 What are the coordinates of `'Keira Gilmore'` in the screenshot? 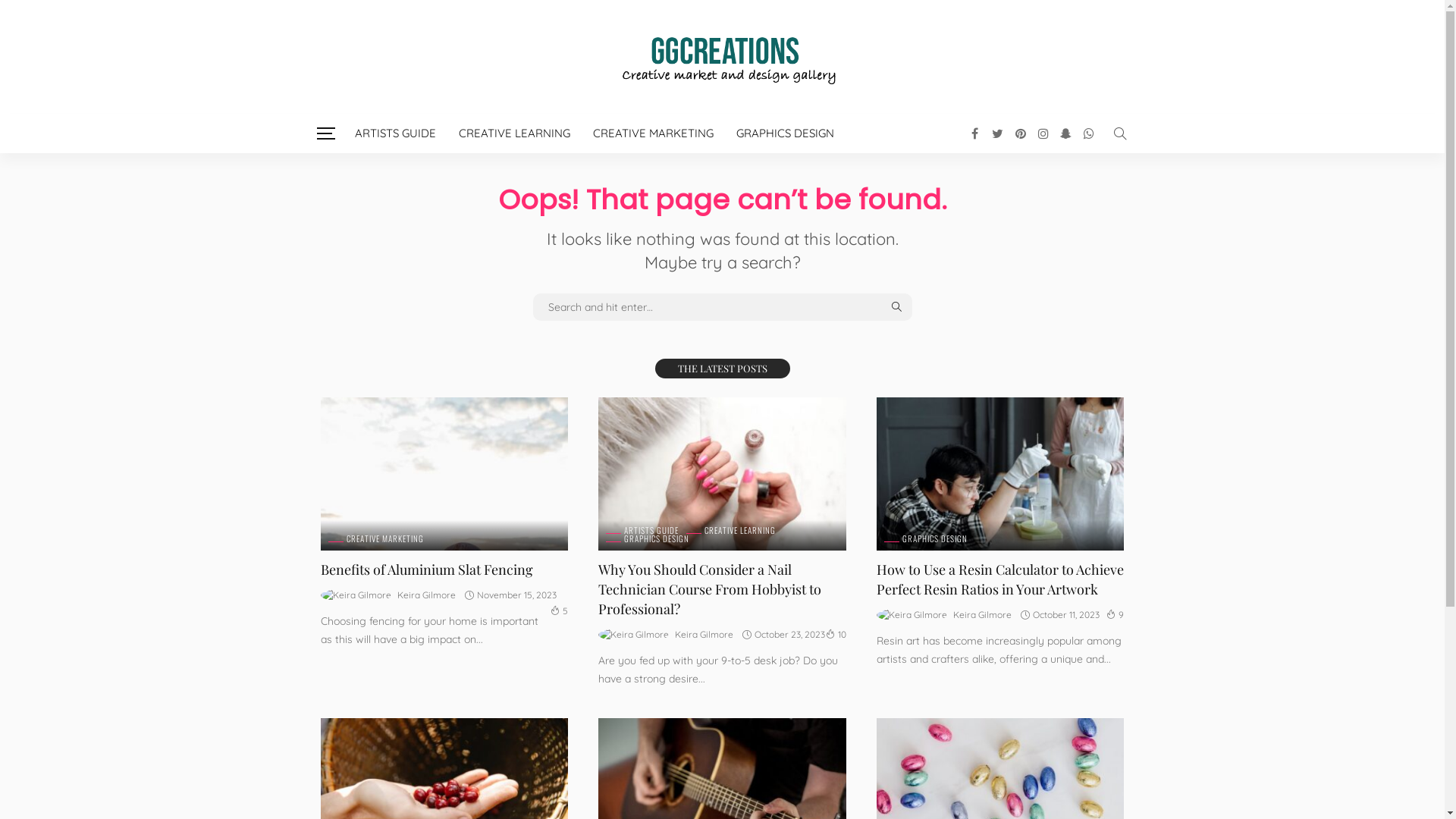 It's located at (703, 635).